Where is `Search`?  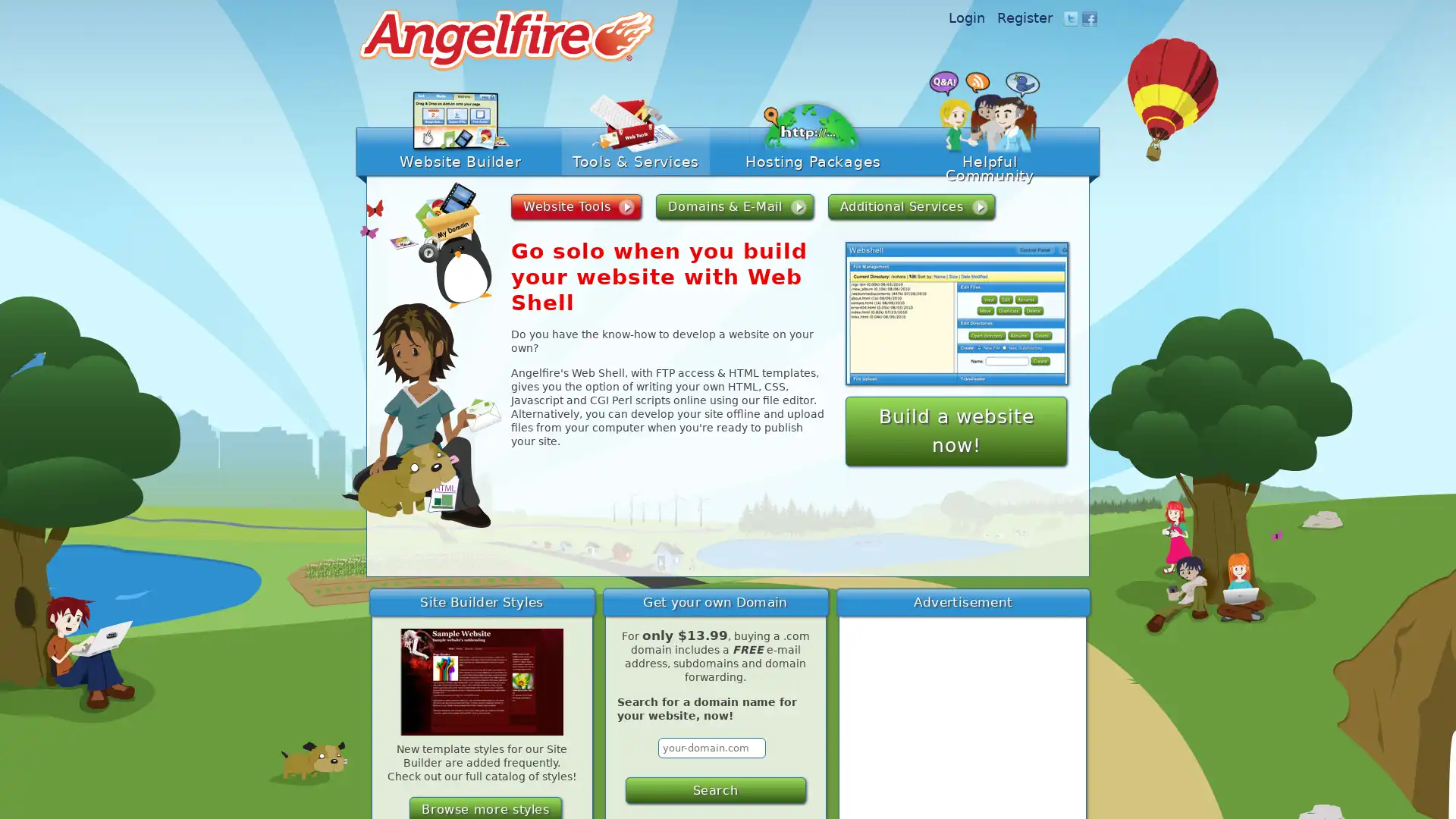 Search is located at coordinates (714, 789).